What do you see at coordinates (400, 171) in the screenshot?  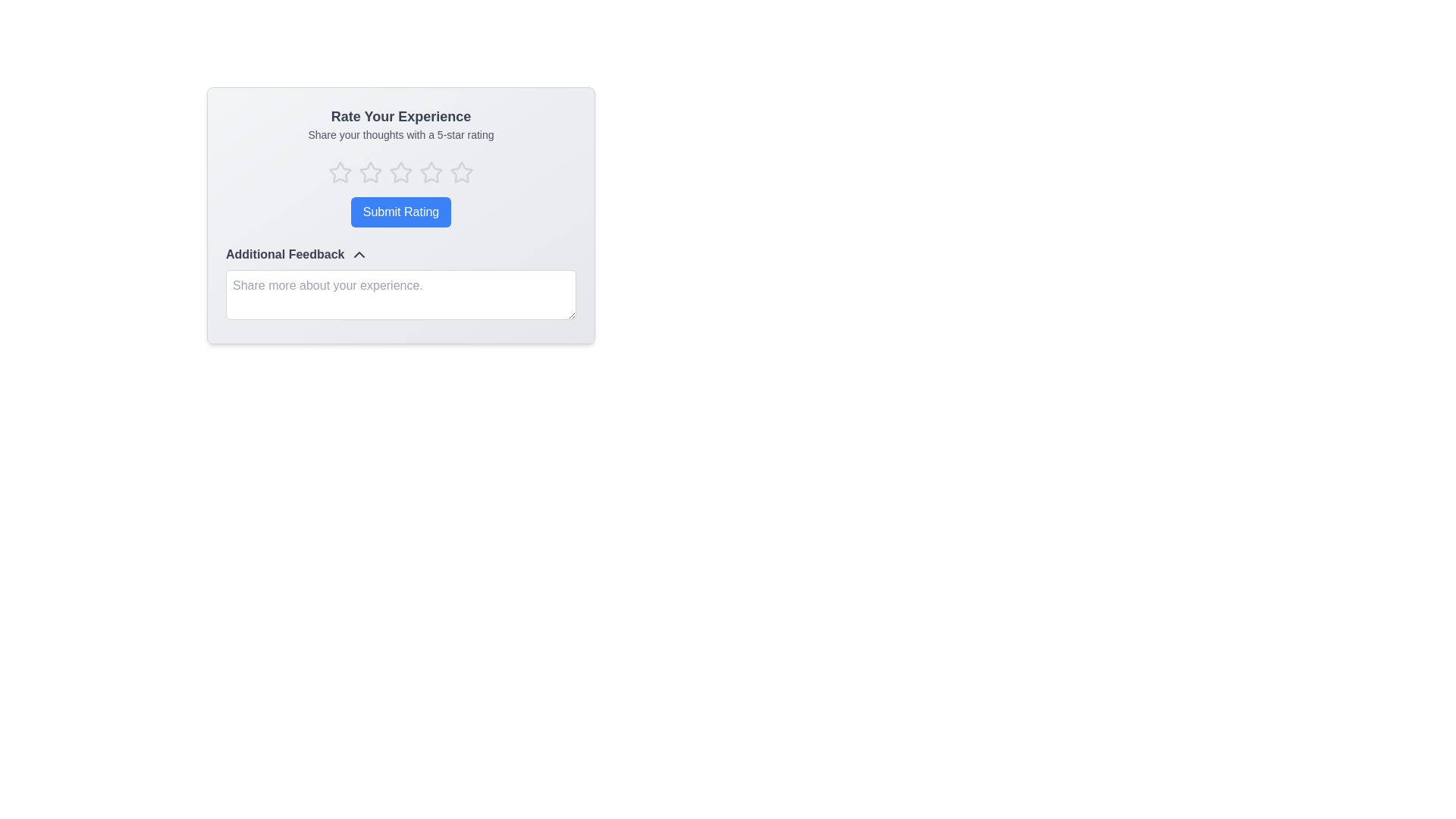 I see `the third star icon with a hollow center and light gray outline` at bounding box center [400, 171].